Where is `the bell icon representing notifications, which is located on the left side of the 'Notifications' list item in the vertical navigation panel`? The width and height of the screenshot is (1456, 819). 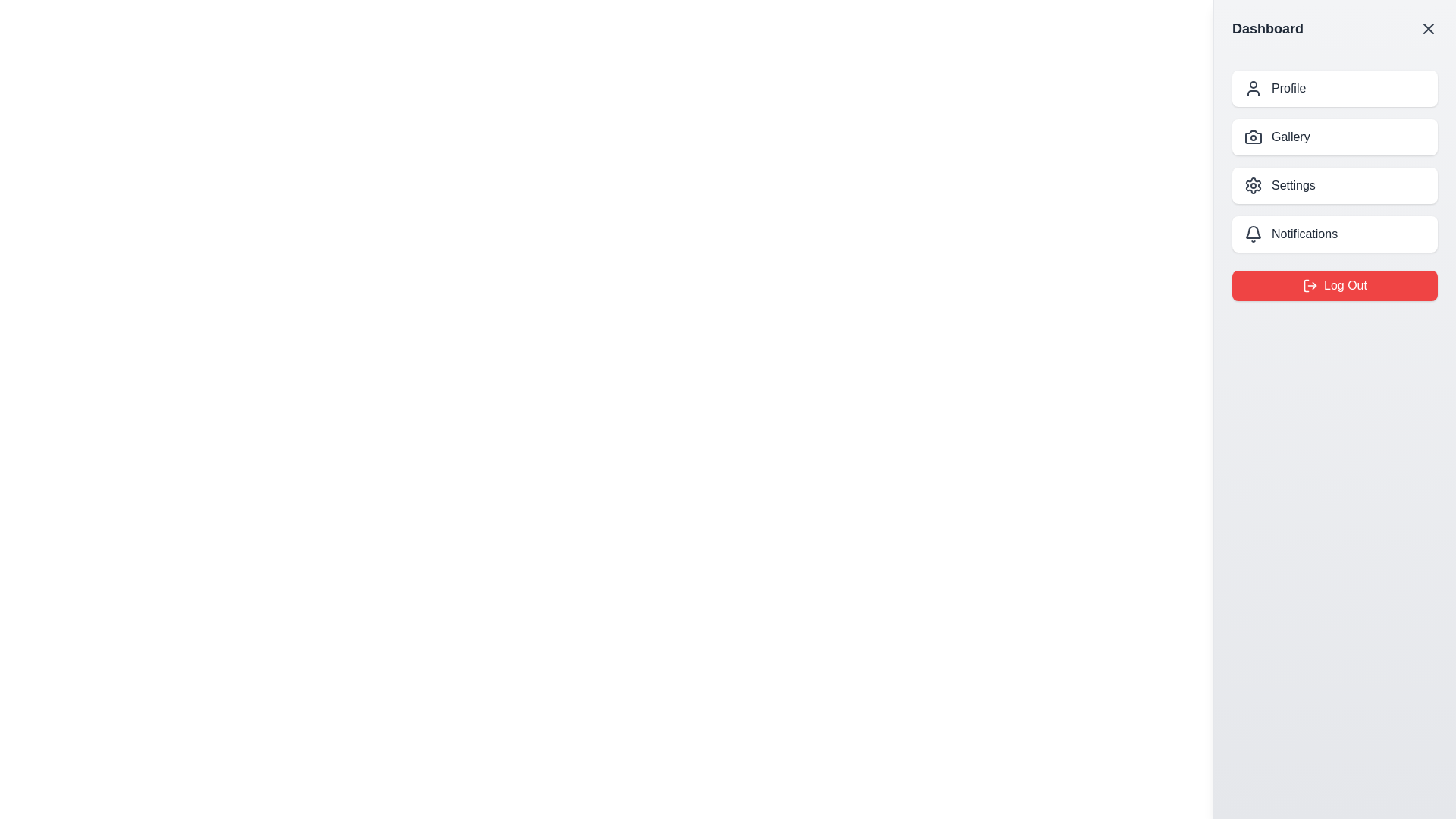
the bell icon representing notifications, which is located on the left side of the 'Notifications' list item in the vertical navigation panel is located at coordinates (1253, 234).